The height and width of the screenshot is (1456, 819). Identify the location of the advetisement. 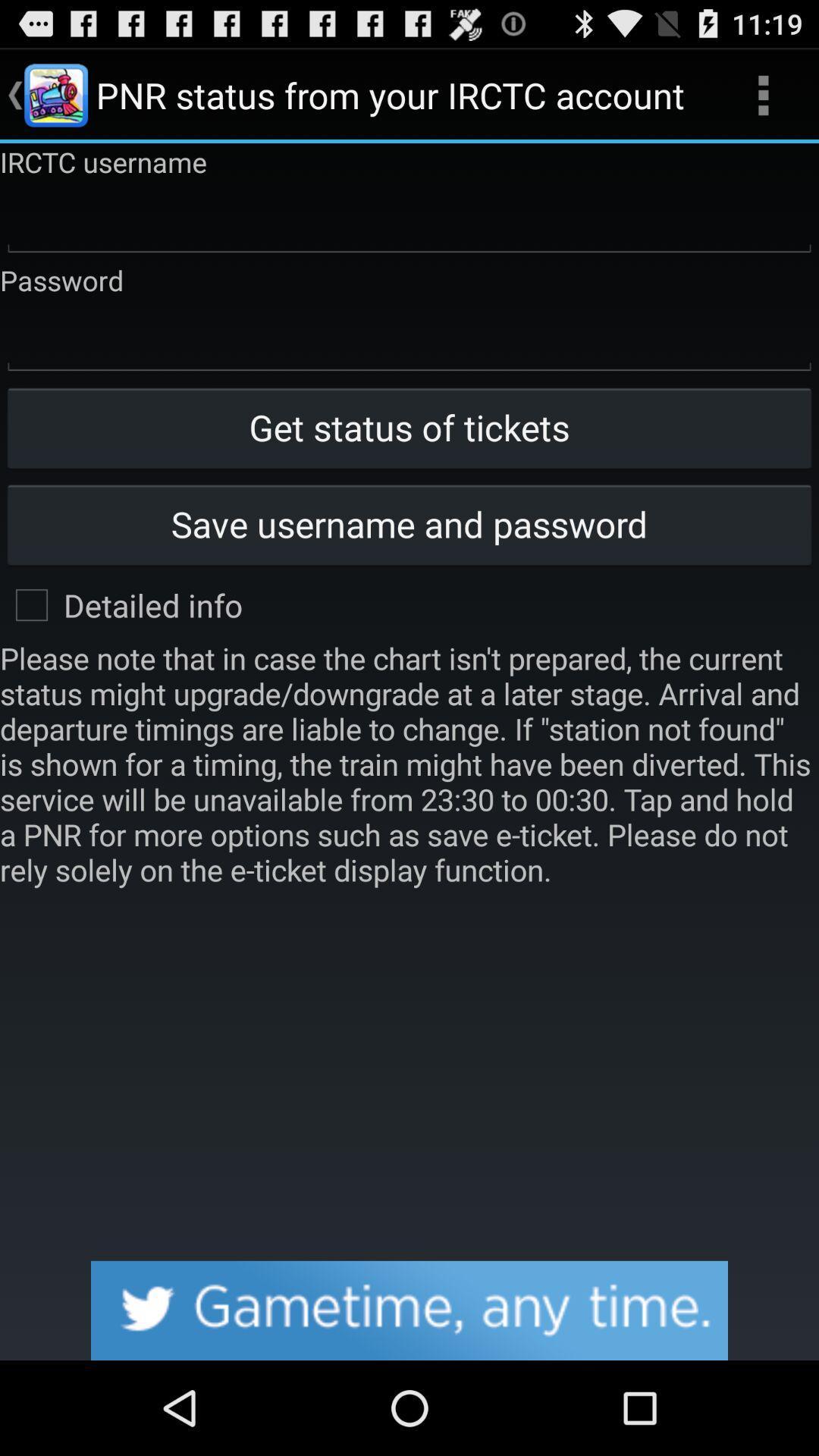
(409, 1310).